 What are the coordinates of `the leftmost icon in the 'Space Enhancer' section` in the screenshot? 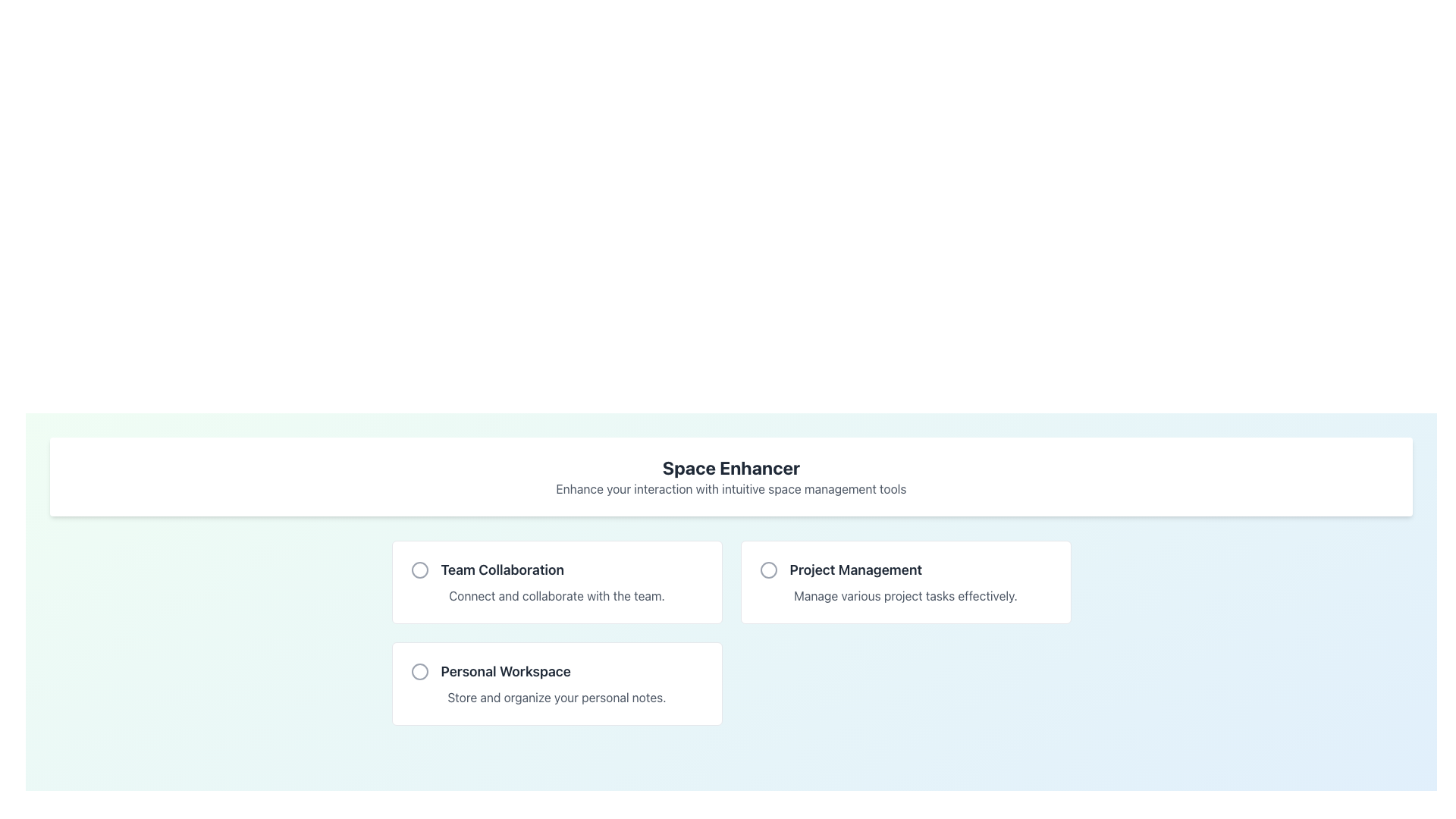 It's located at (419, 671).